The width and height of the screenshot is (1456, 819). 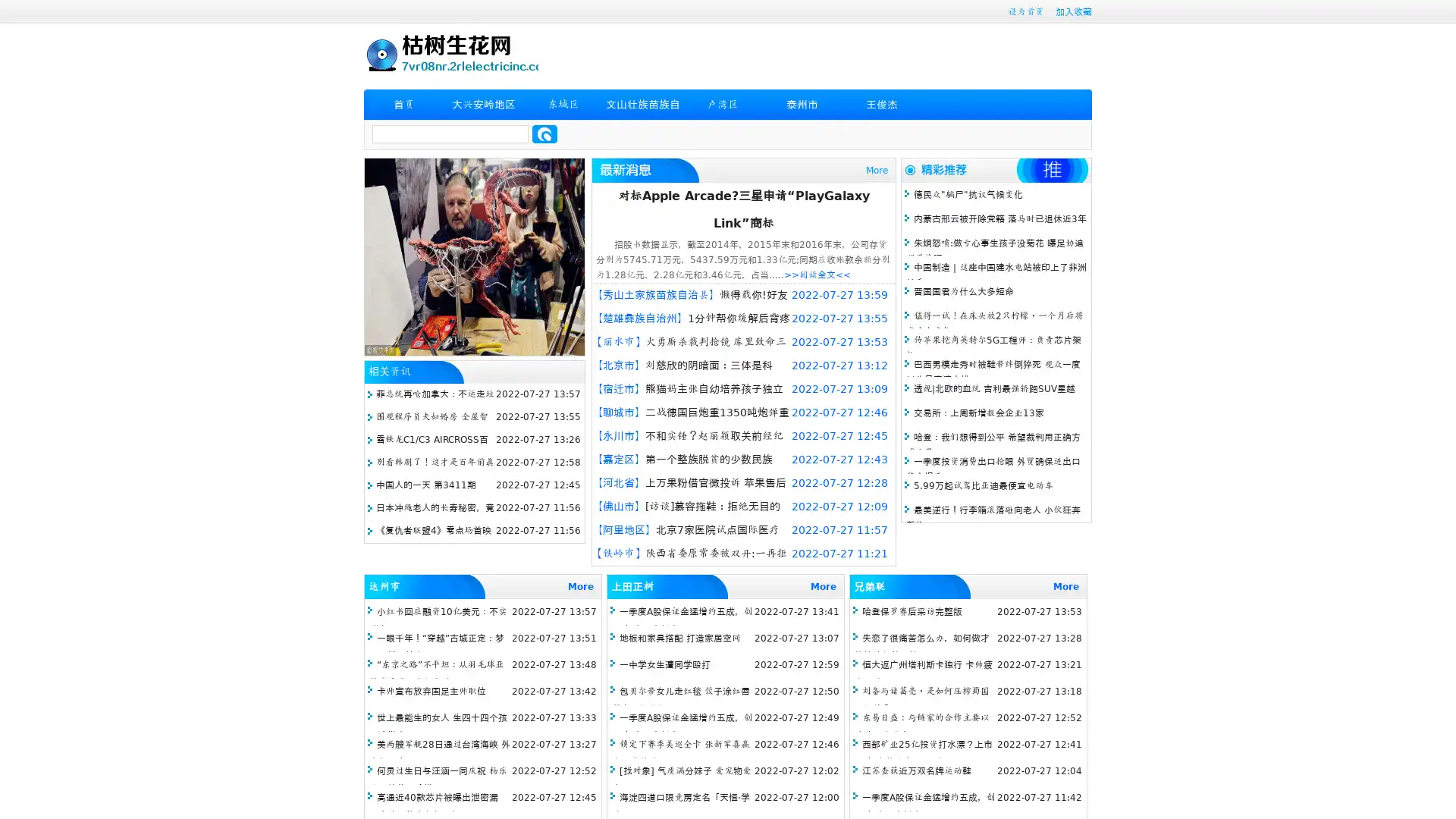 I want to click on Search, so click(x=544, y=133).